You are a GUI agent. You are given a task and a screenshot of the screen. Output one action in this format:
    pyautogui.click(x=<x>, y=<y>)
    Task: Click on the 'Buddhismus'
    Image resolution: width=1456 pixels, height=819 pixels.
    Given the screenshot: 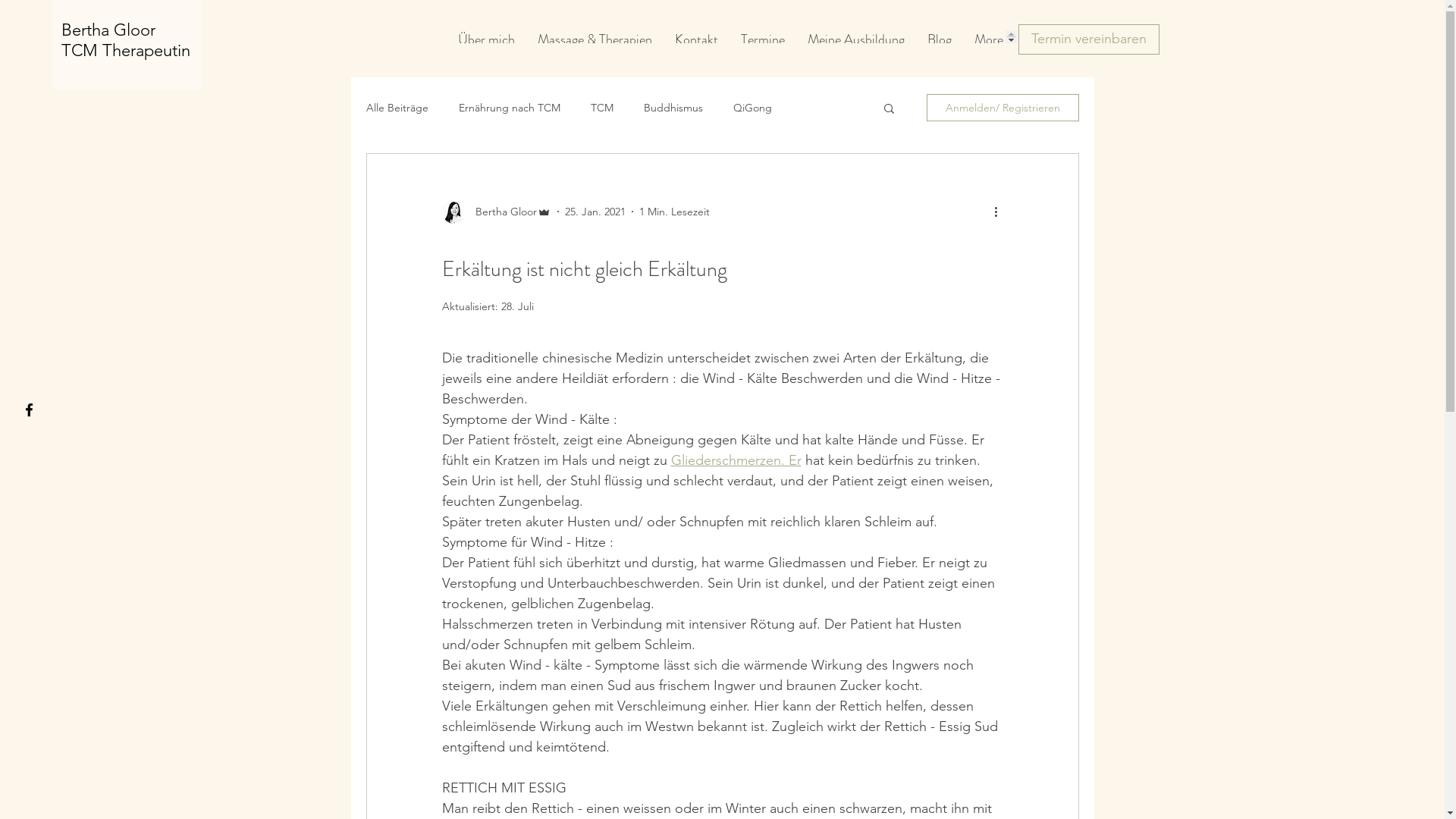 What is the action you would take?
    pyautogui.click(x=672, y=107)
    